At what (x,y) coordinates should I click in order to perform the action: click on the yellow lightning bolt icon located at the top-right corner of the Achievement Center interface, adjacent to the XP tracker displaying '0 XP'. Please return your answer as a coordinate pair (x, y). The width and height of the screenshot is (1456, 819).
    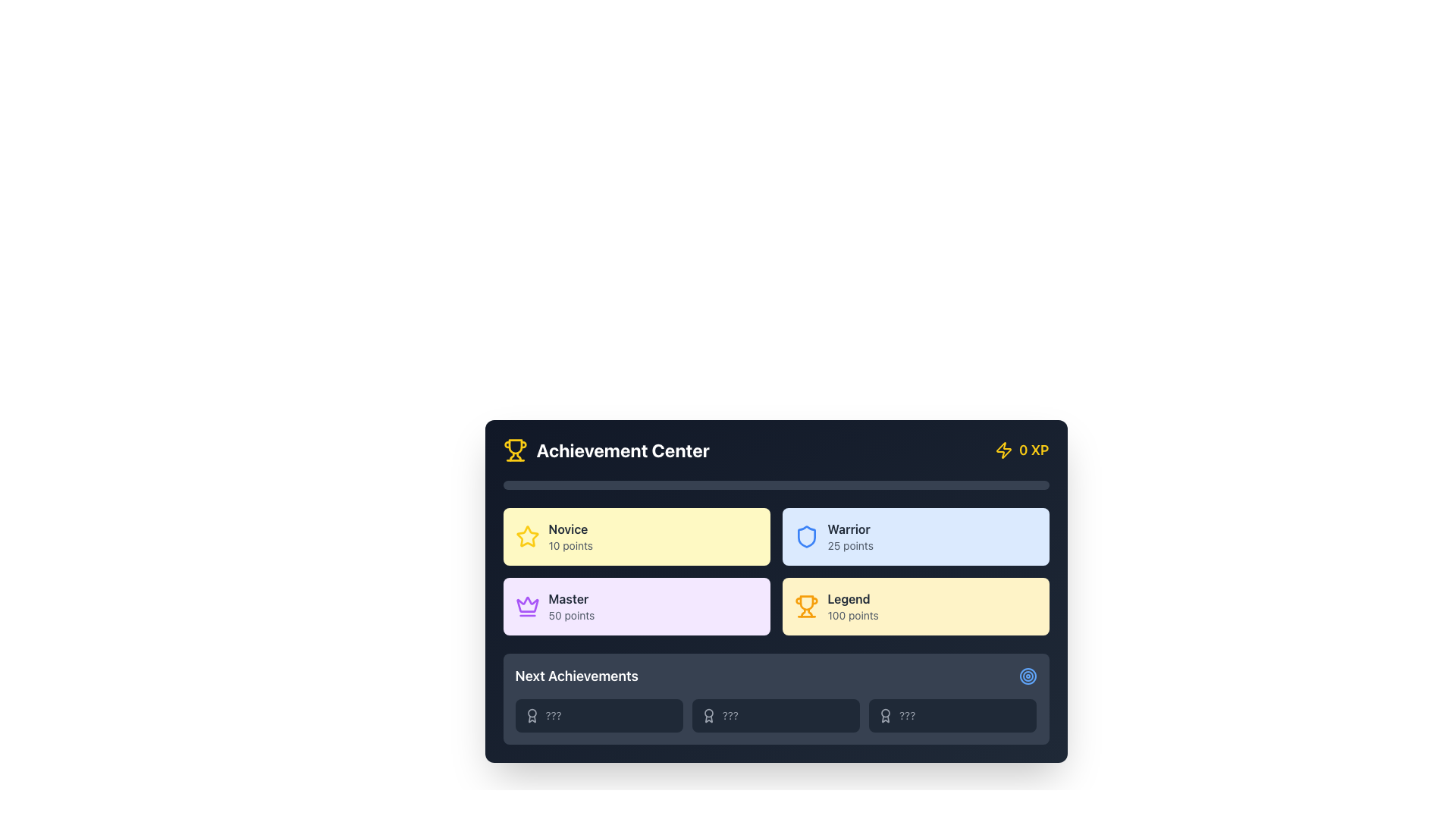
    Looking at the image, I should click on (1003, 450).